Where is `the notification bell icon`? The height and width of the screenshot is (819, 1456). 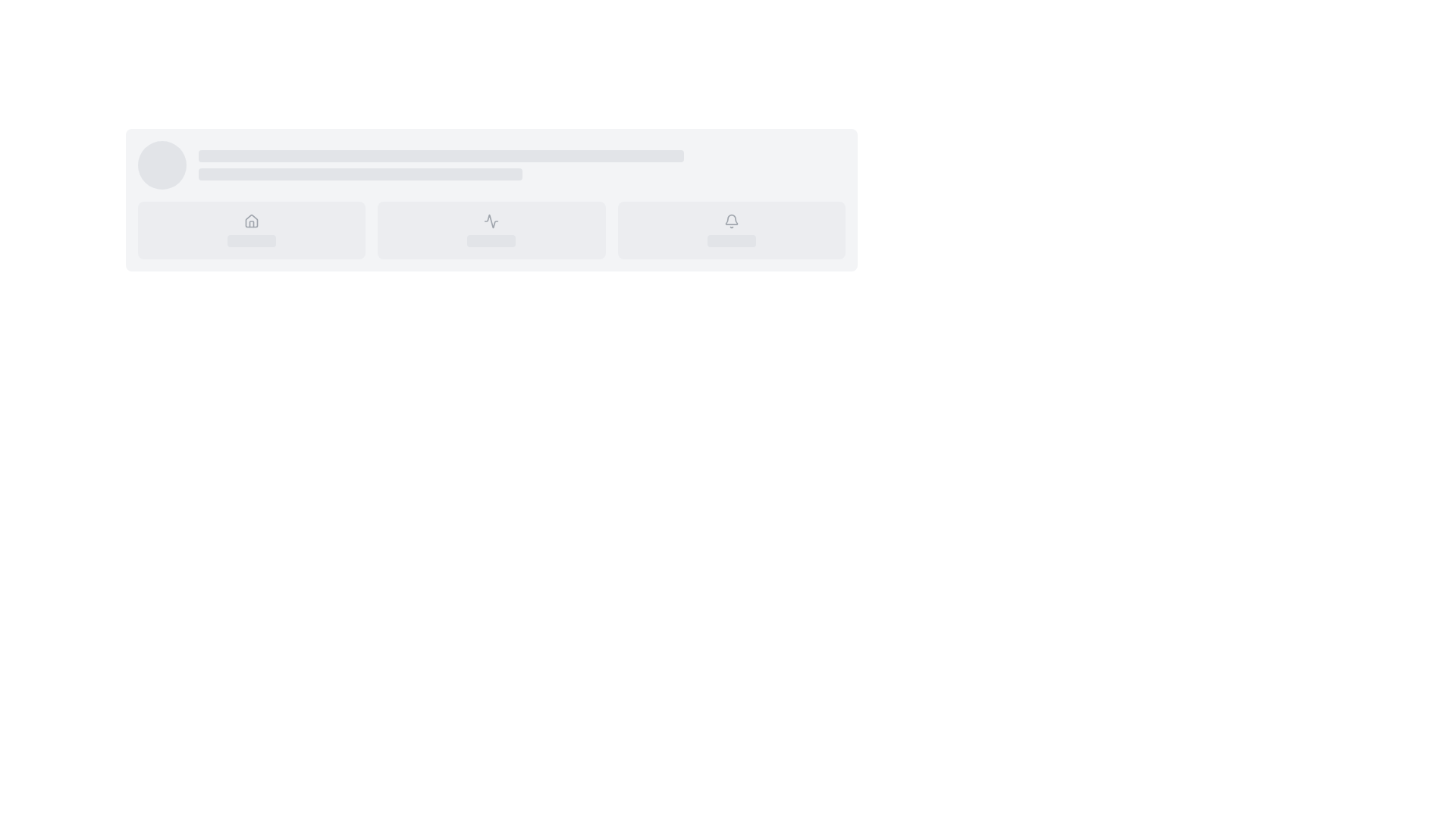 the notification bell icon is located at coordinates (731, 219).